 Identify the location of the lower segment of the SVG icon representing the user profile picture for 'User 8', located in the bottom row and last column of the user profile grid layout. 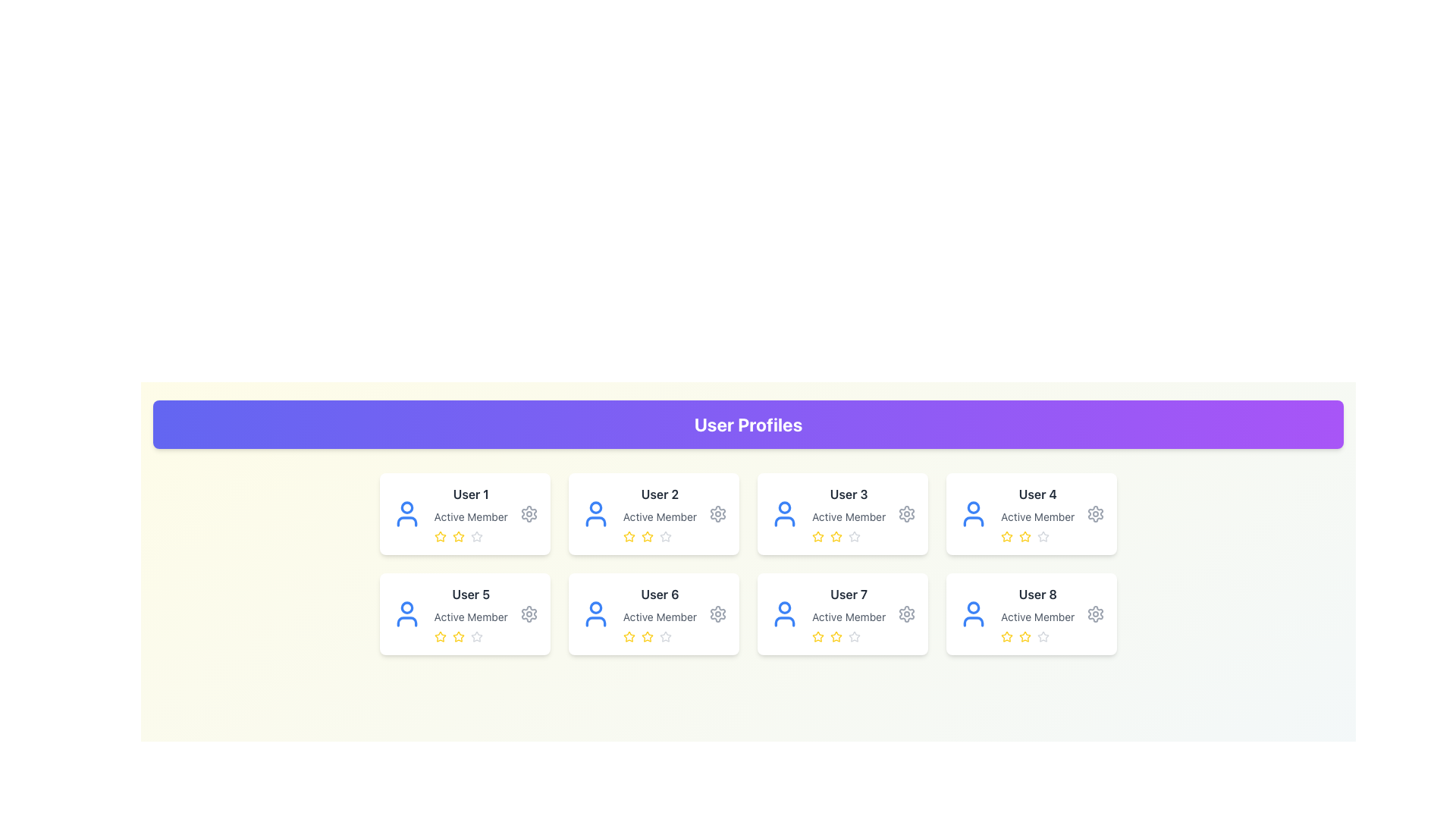
(974, 622).